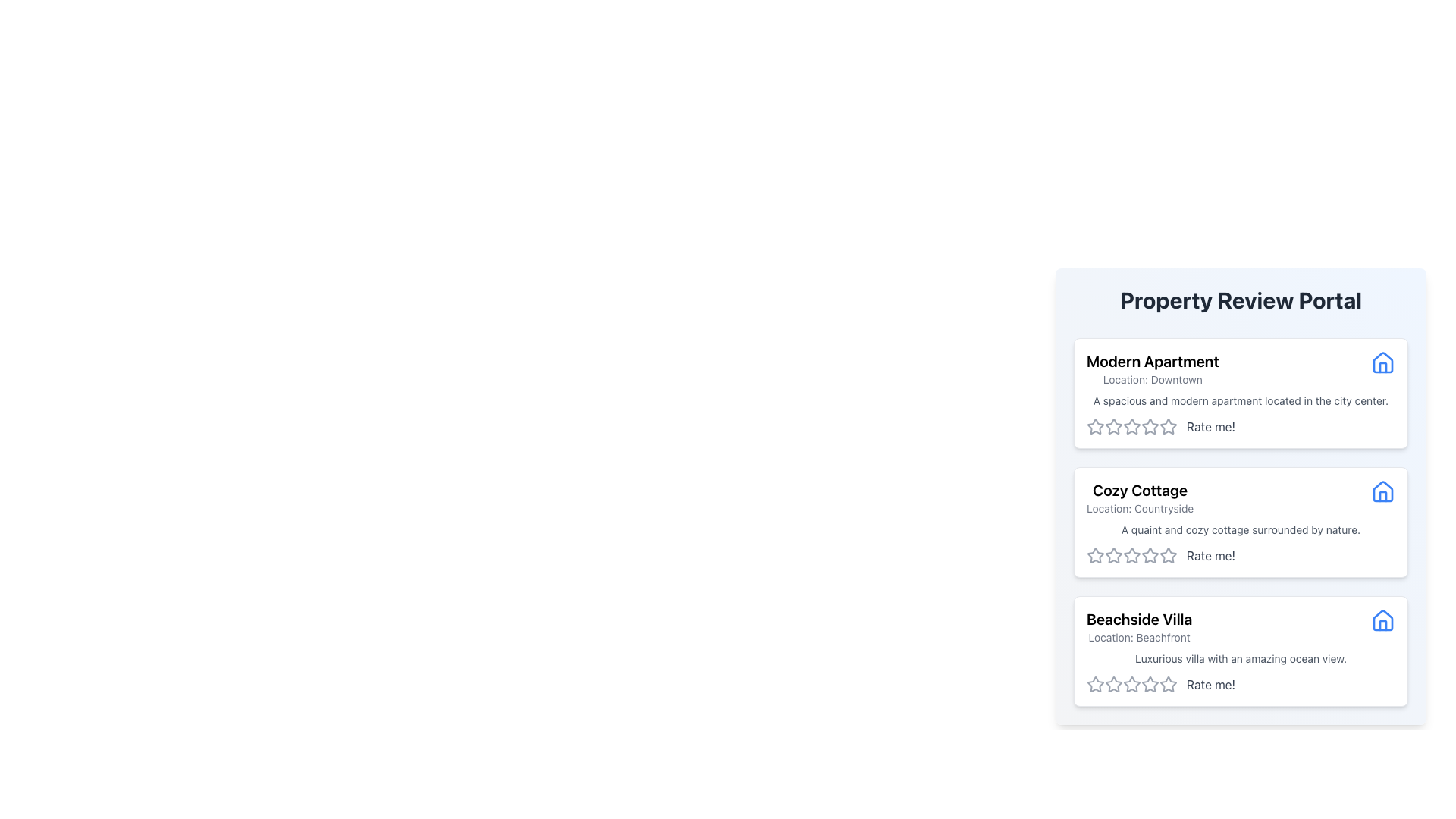 This screenshot has width=1456, height=819. I want to click on text displayed in the Text Label showing the title 'Beachside Villa', located at the top of the text area of the bottommost card in the vertical stack of property entries, so click(1139, 620).